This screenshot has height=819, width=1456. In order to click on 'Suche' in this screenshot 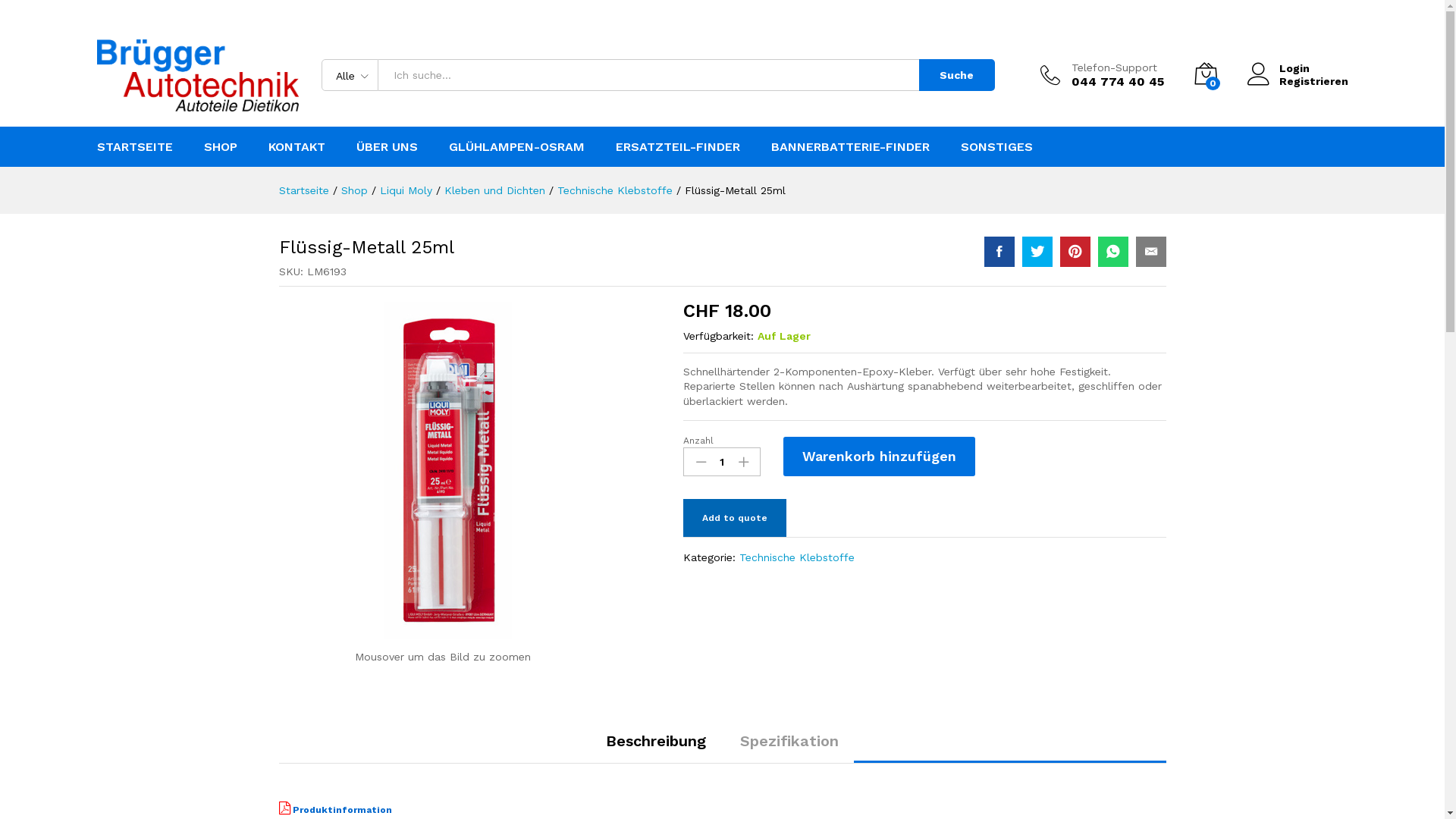, I will do `click(956, 75)`.